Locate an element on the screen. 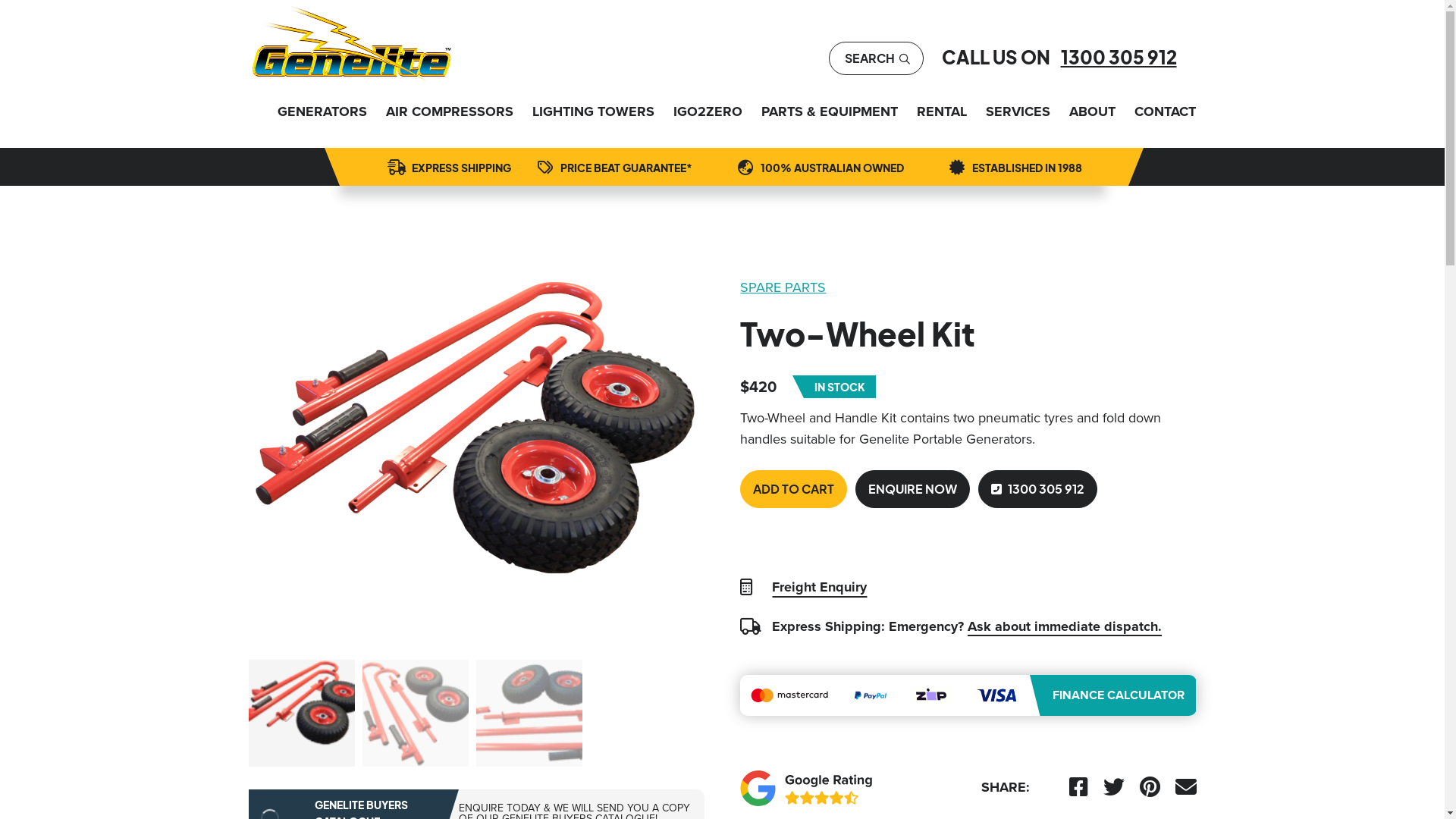 The height and width of the screenshot is (819, 1456). 'ADD TO CART' is located at coordinates (792, 488).